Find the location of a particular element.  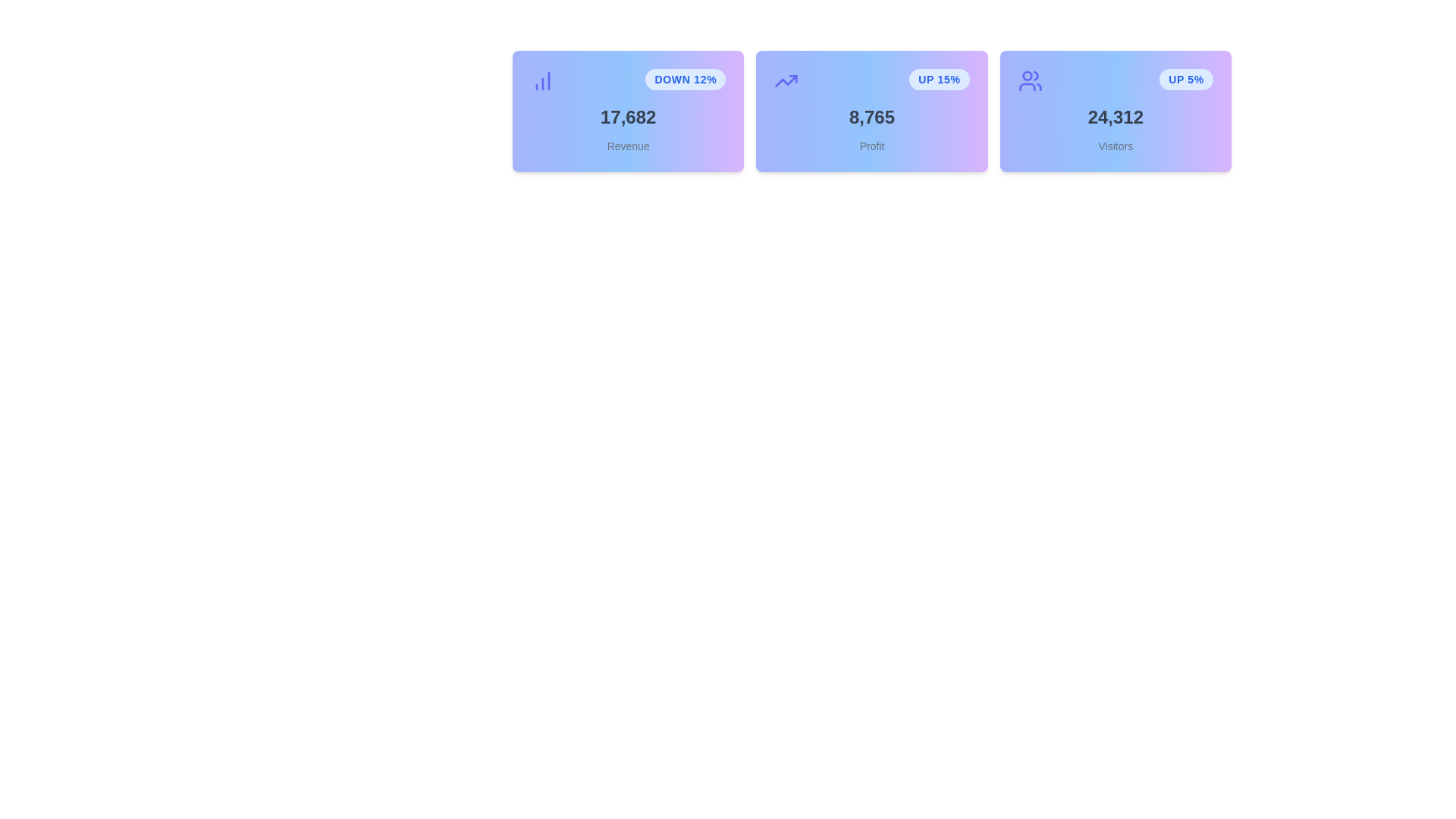

the positive trend icon located in the top section of the 'Profit' card, positioned to the left of the 'UP 15%' label is located at coordinates (786, 81).